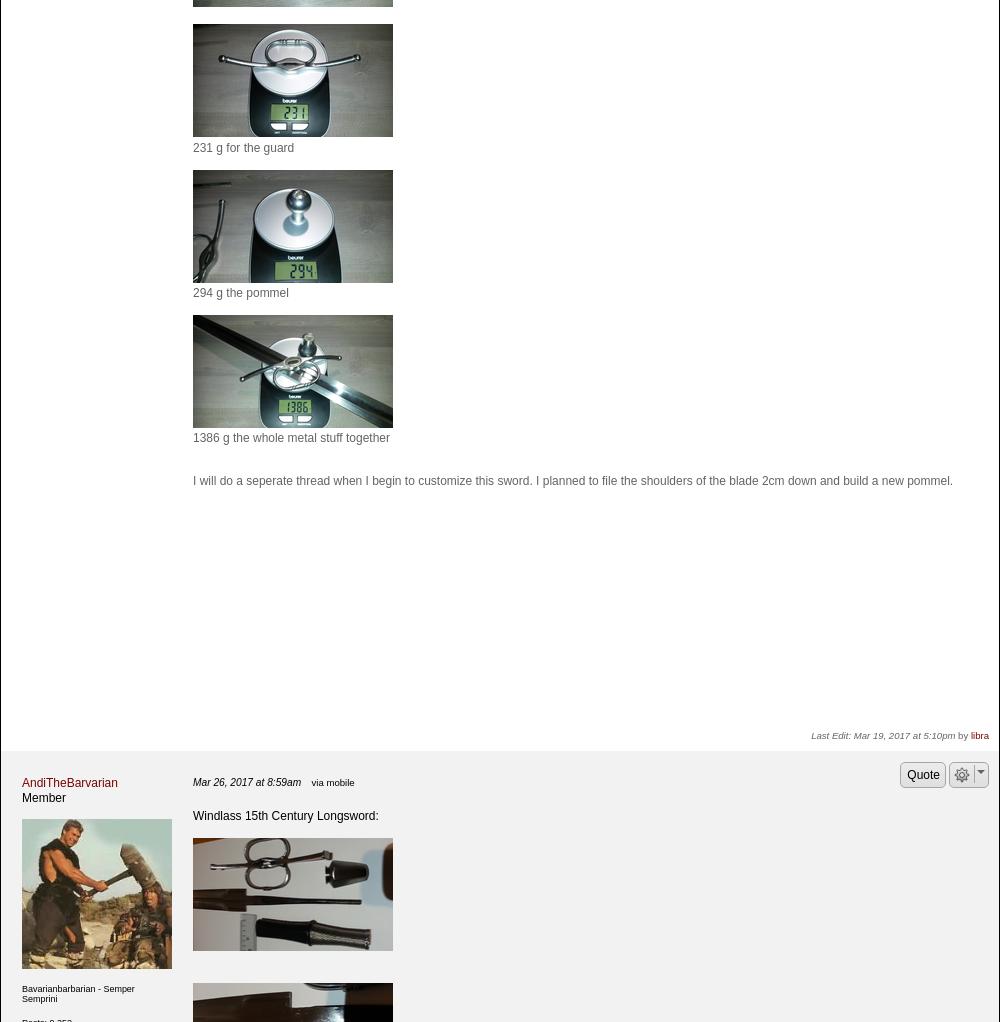 The width and height of the screenshot is (1000, 1022). Describe the element at coordinates (246, 782) in the screenshot. I see `'Mar 26, 2017 at 8:59am'` at that location.